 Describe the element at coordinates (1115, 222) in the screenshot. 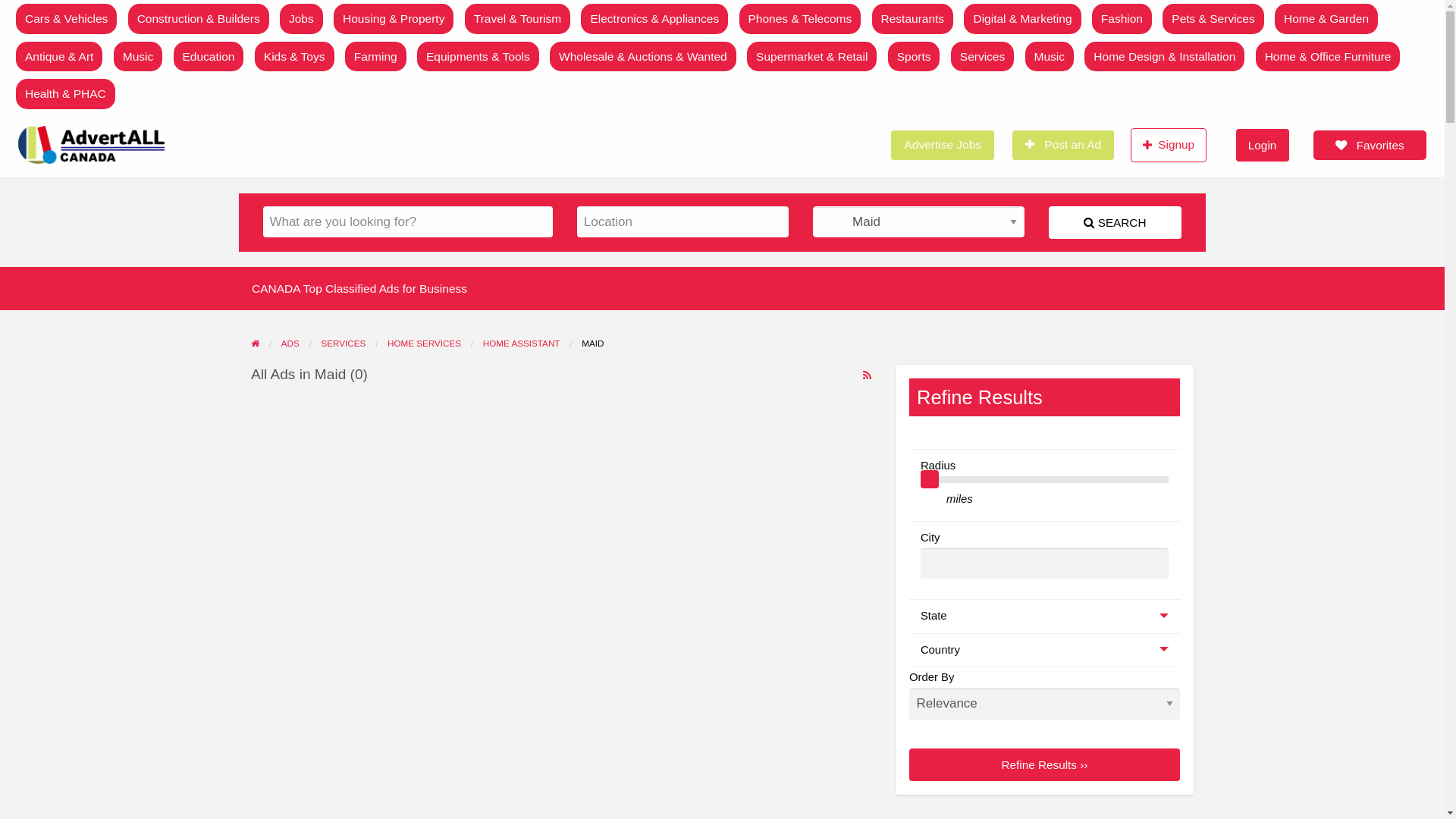

I see `'SEARCH'` at that location.